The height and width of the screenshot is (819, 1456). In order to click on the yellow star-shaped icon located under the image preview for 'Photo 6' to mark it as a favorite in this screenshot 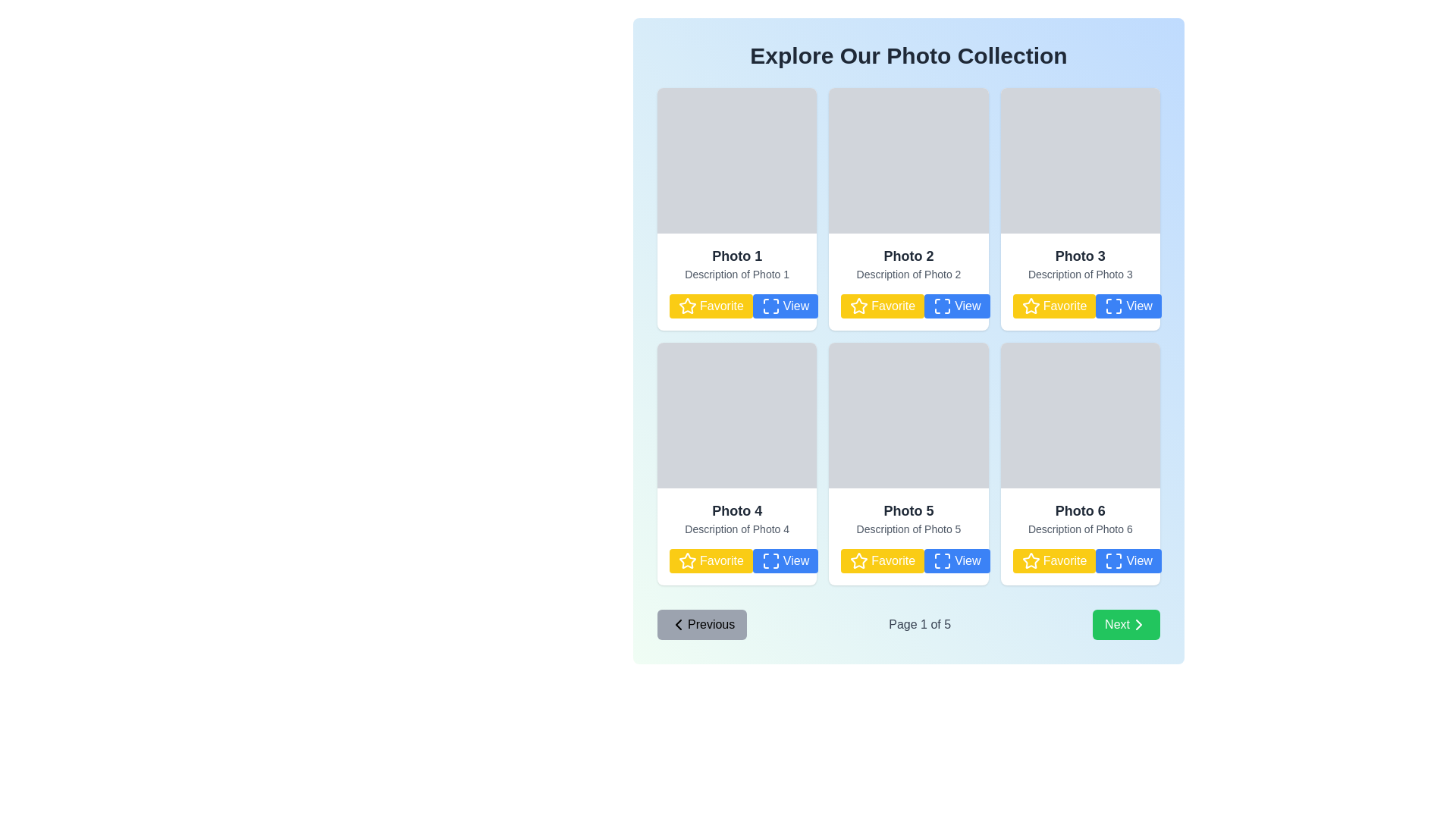, I will do `click(1030, 560)`.